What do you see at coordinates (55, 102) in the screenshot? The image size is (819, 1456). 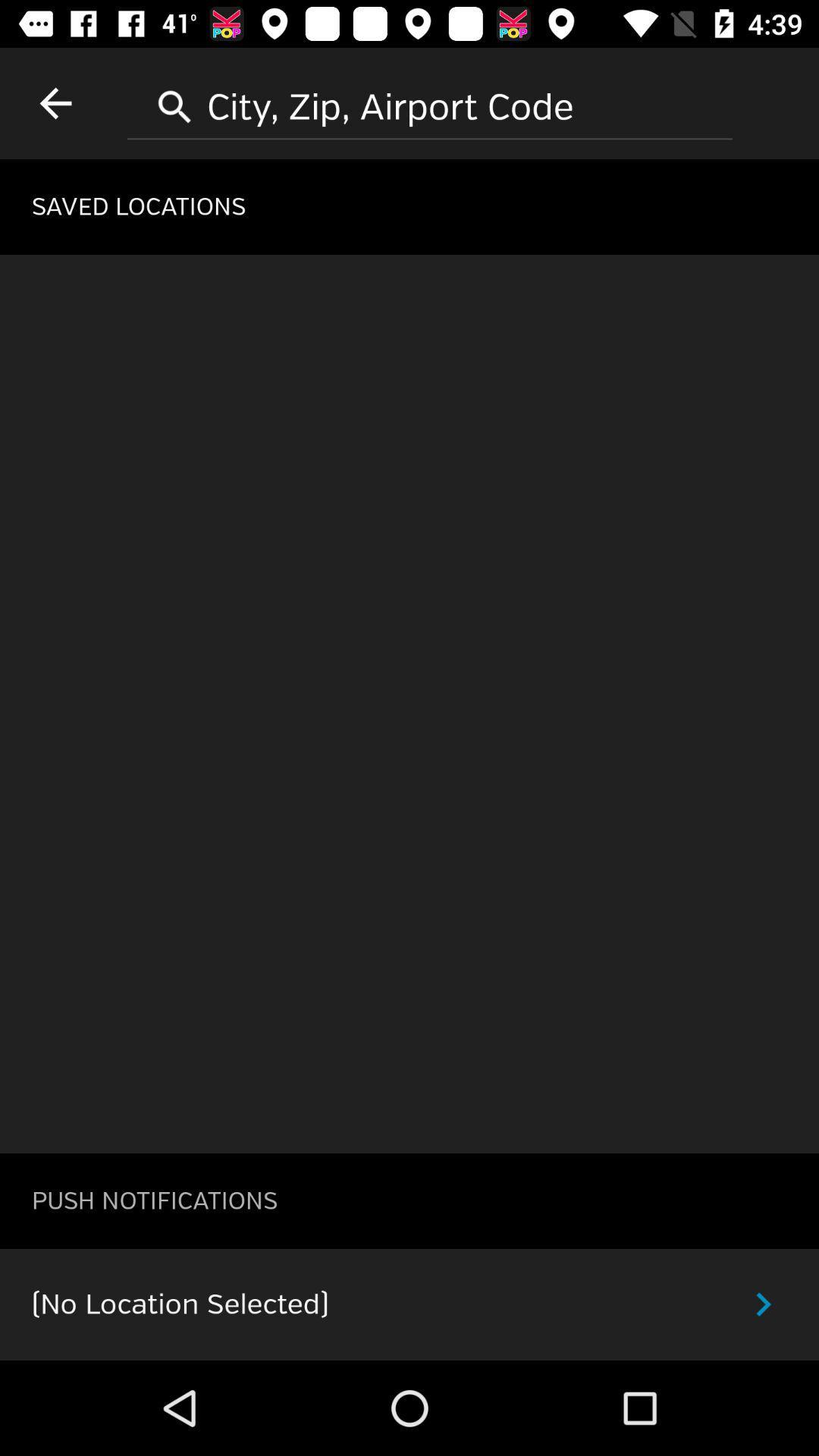 I see `item at the top left corner` at bounding box center [55, 102].